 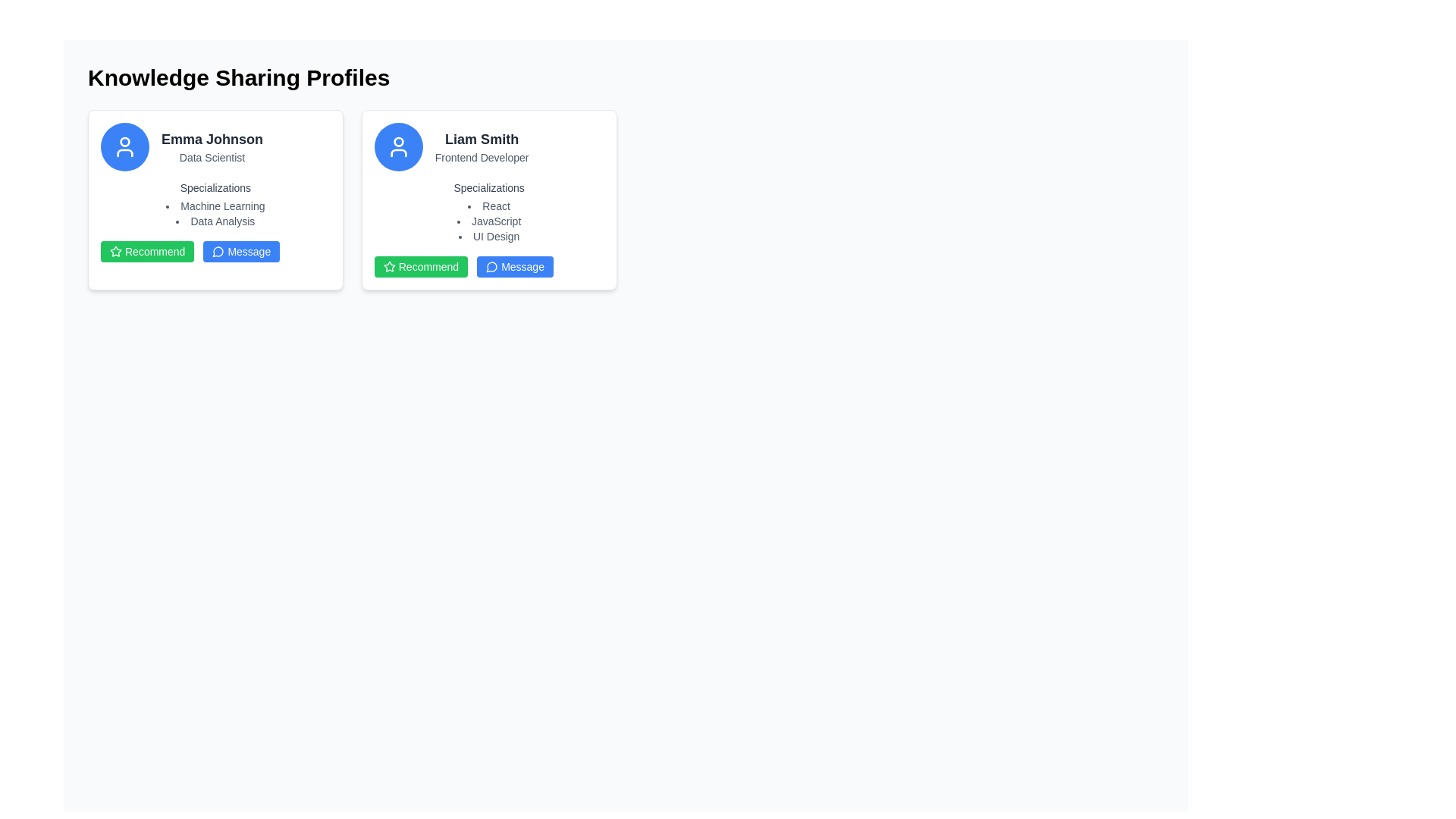 I want to click on the user profile icon with a blue circular background and white silhouette located in the upper section of Liam Smith's profile card under 'Knowledge Sharing Profiles', so click(x=398, y=146).